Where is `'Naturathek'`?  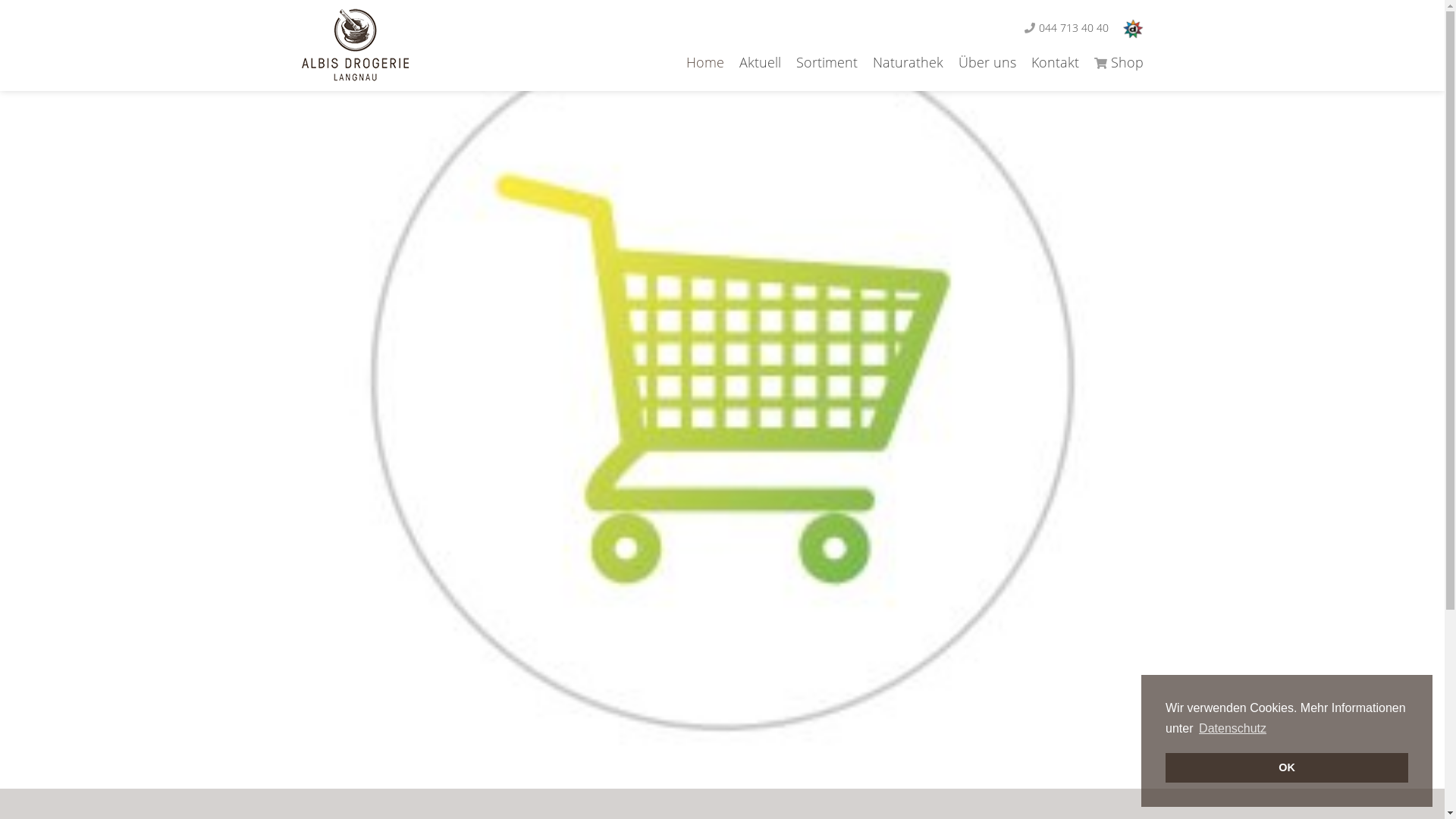
'Naturathek' is located at coordinates (899, 61).